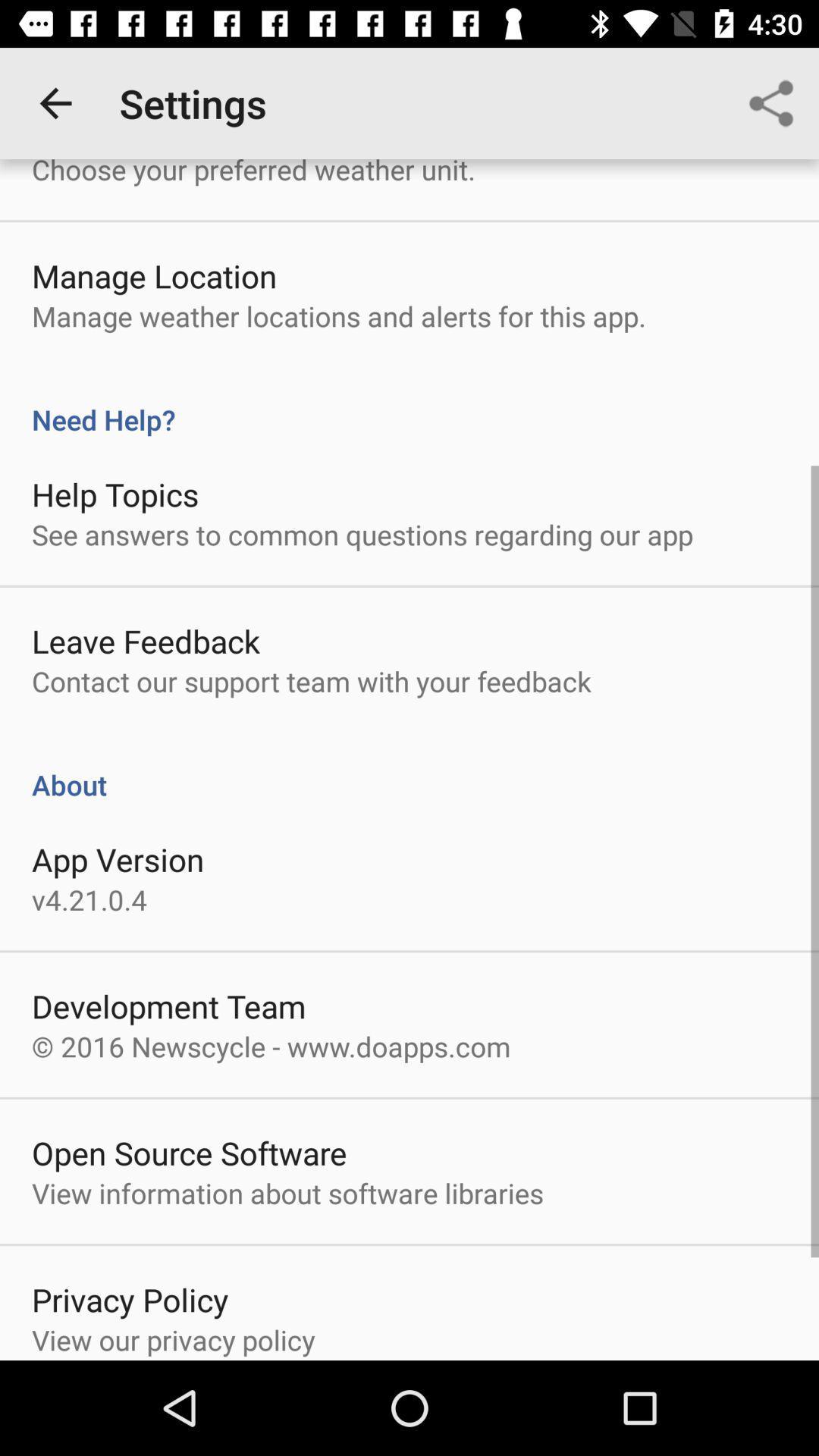 The width and height of the screenshot is (819, 1456). I want to click on the item below the privacy policy icon, so click(172, 1339).